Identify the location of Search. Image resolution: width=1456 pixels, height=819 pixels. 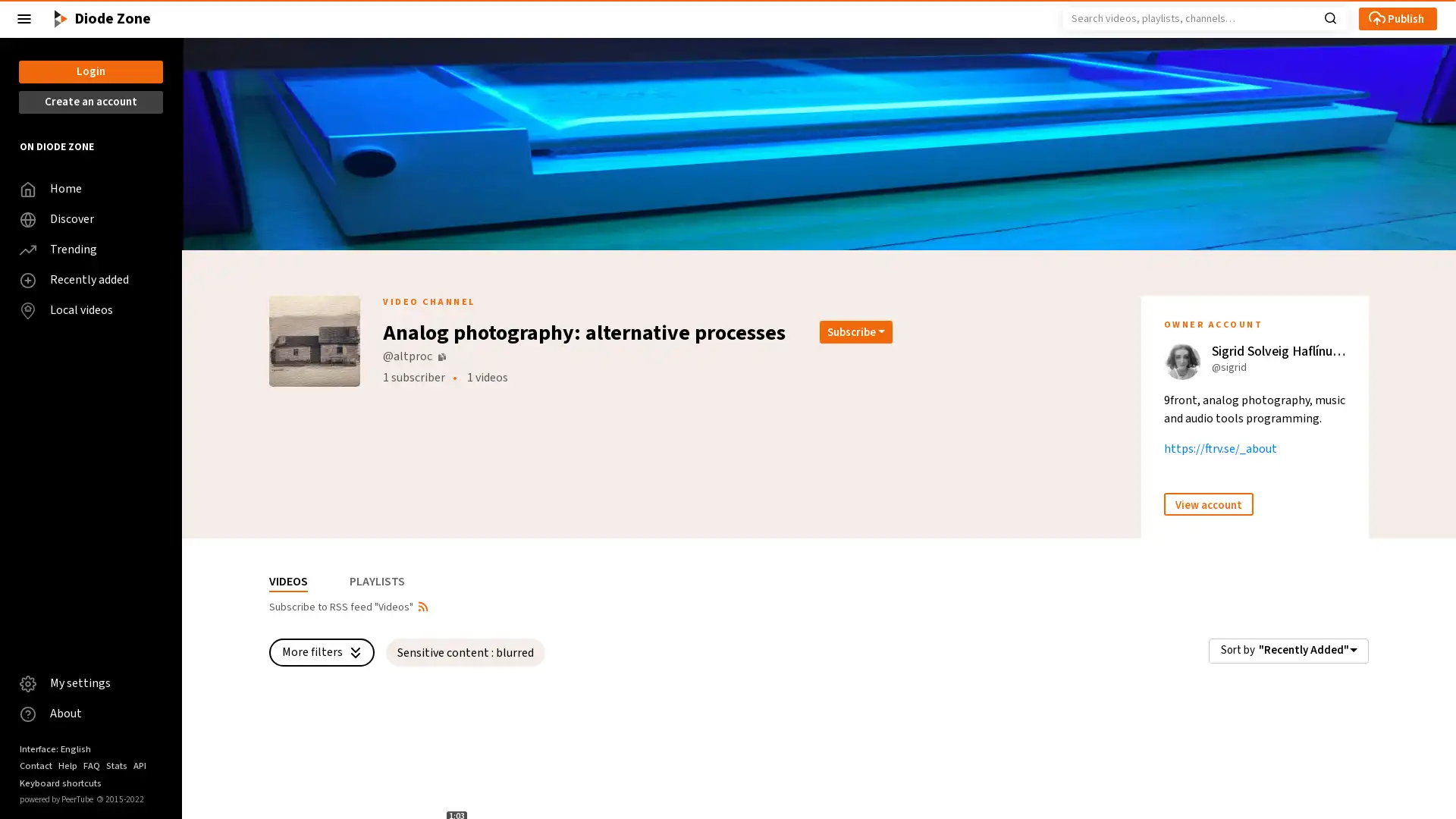
(1329, 17).